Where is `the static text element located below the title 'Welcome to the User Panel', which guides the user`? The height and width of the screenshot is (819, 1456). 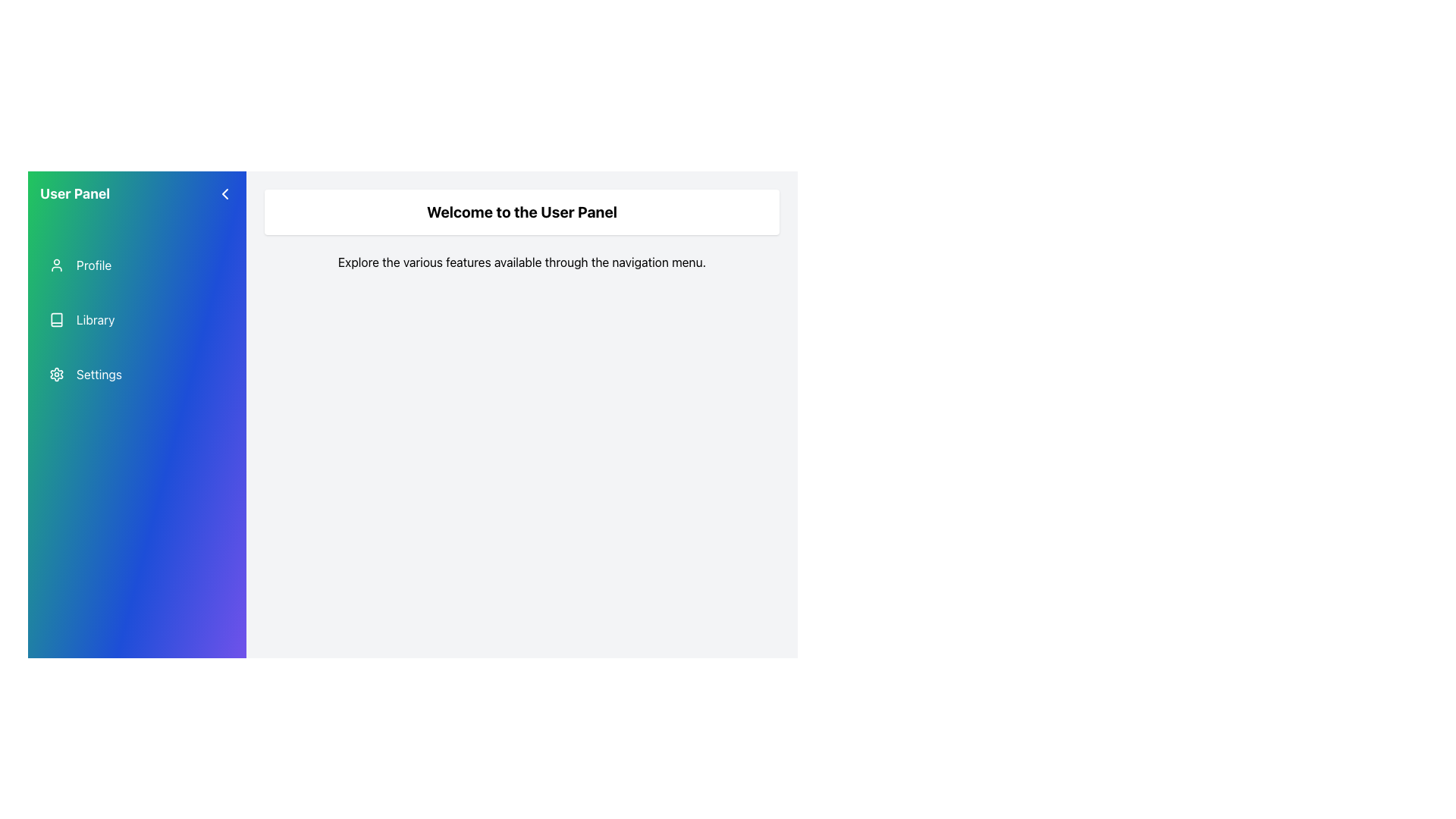 the static text element located below the title 'Welcome to the User Panel', which guides the user is located at coordinates (522, 262).